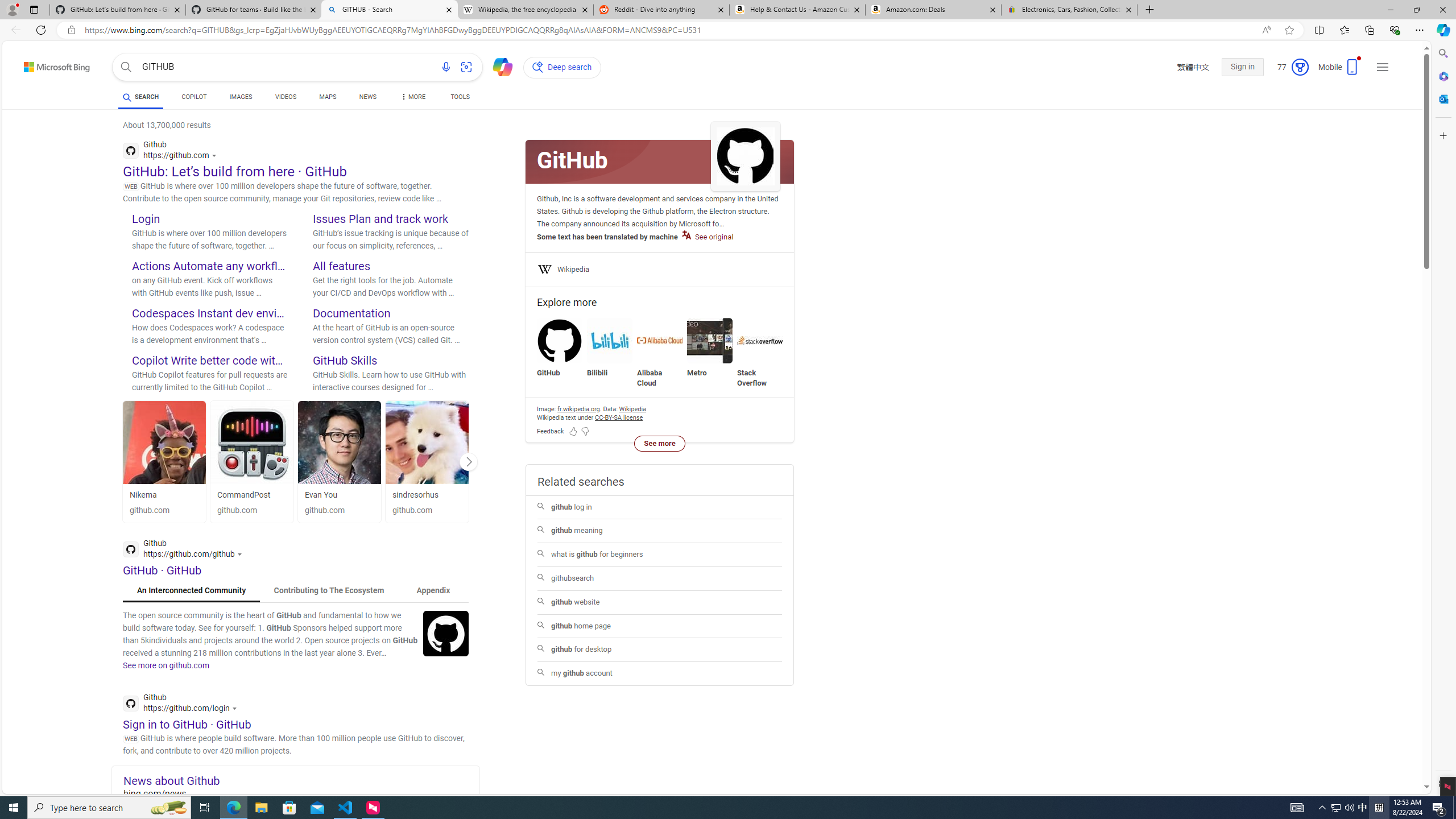 This screenshot has width=1456, height=819. What do you see at coordinates (760, 340) in the screenshot?
I see `'Stack Overflow'` at bounding box center [760, 340].